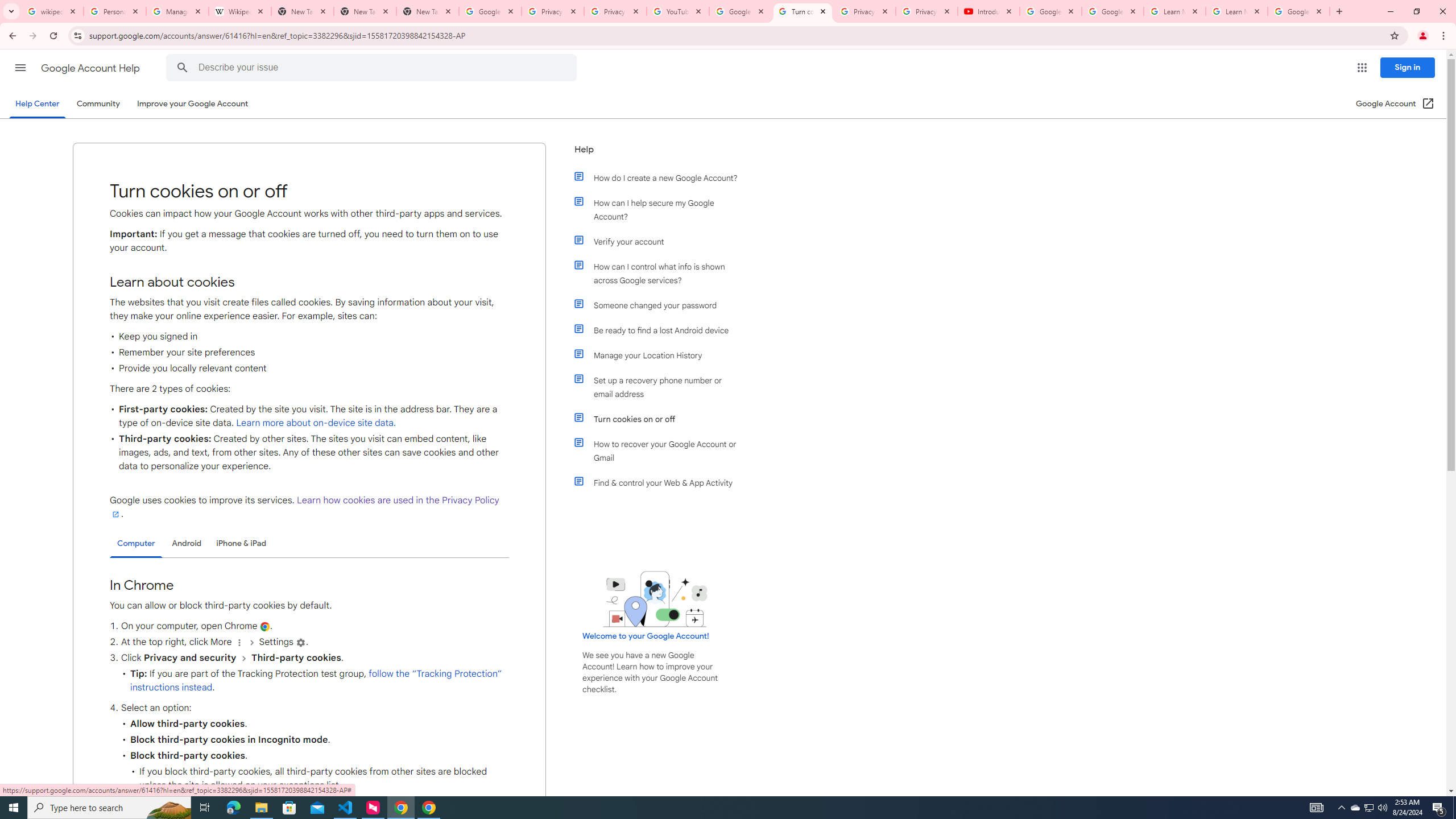 The image size is (1456, 819). Describe the element at coordinates (661, 241) in the screenshot. I see `'Verify your account'` at that location.